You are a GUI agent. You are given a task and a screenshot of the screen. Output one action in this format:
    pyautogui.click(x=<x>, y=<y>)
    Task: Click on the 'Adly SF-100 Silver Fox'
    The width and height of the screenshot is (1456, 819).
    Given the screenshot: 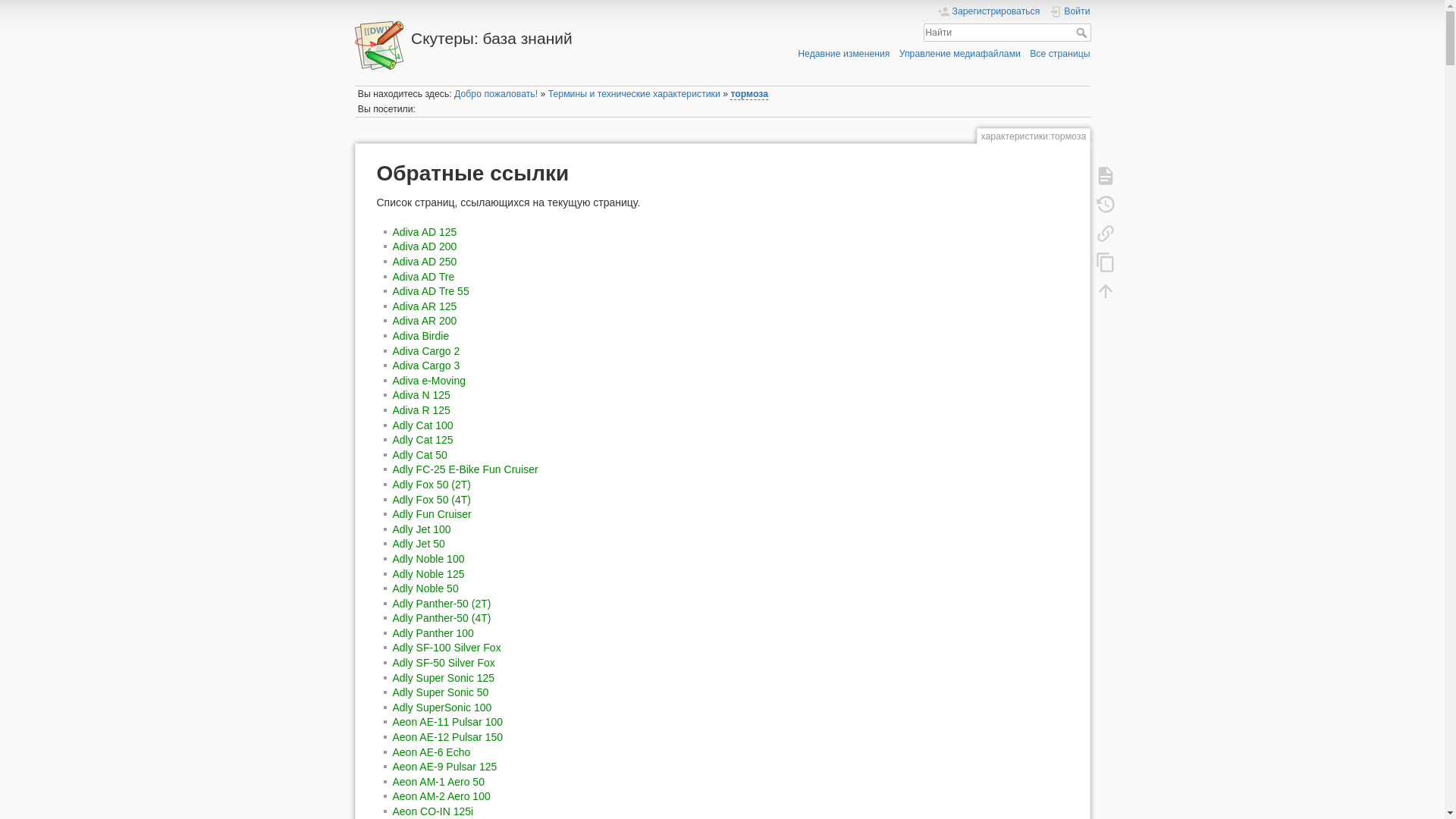 What is the action you would take?
    pyautogui.click(x=446, y=647)
    